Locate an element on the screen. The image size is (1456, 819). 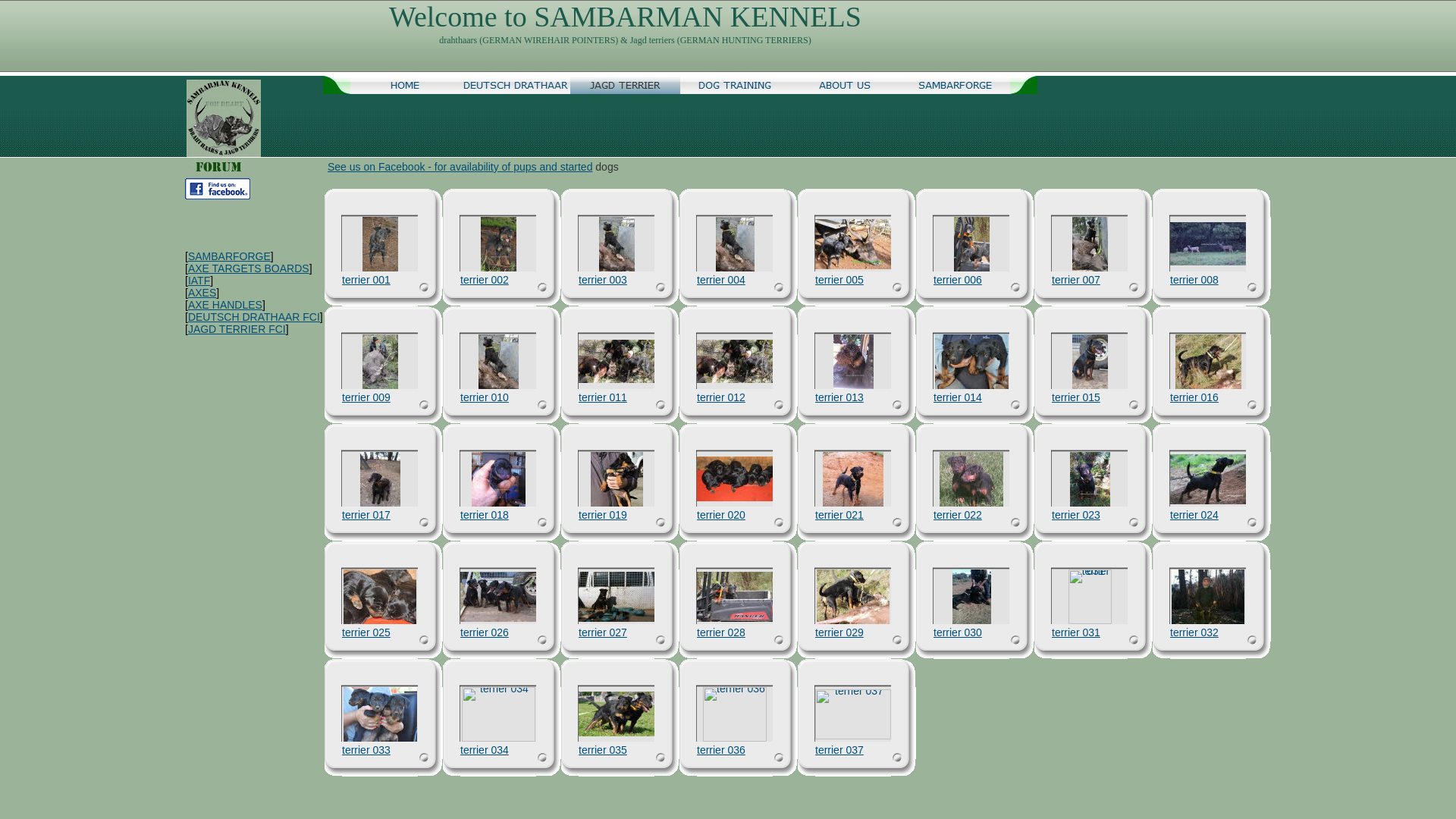
'terrier 003' is located at coordinates (578, 280).